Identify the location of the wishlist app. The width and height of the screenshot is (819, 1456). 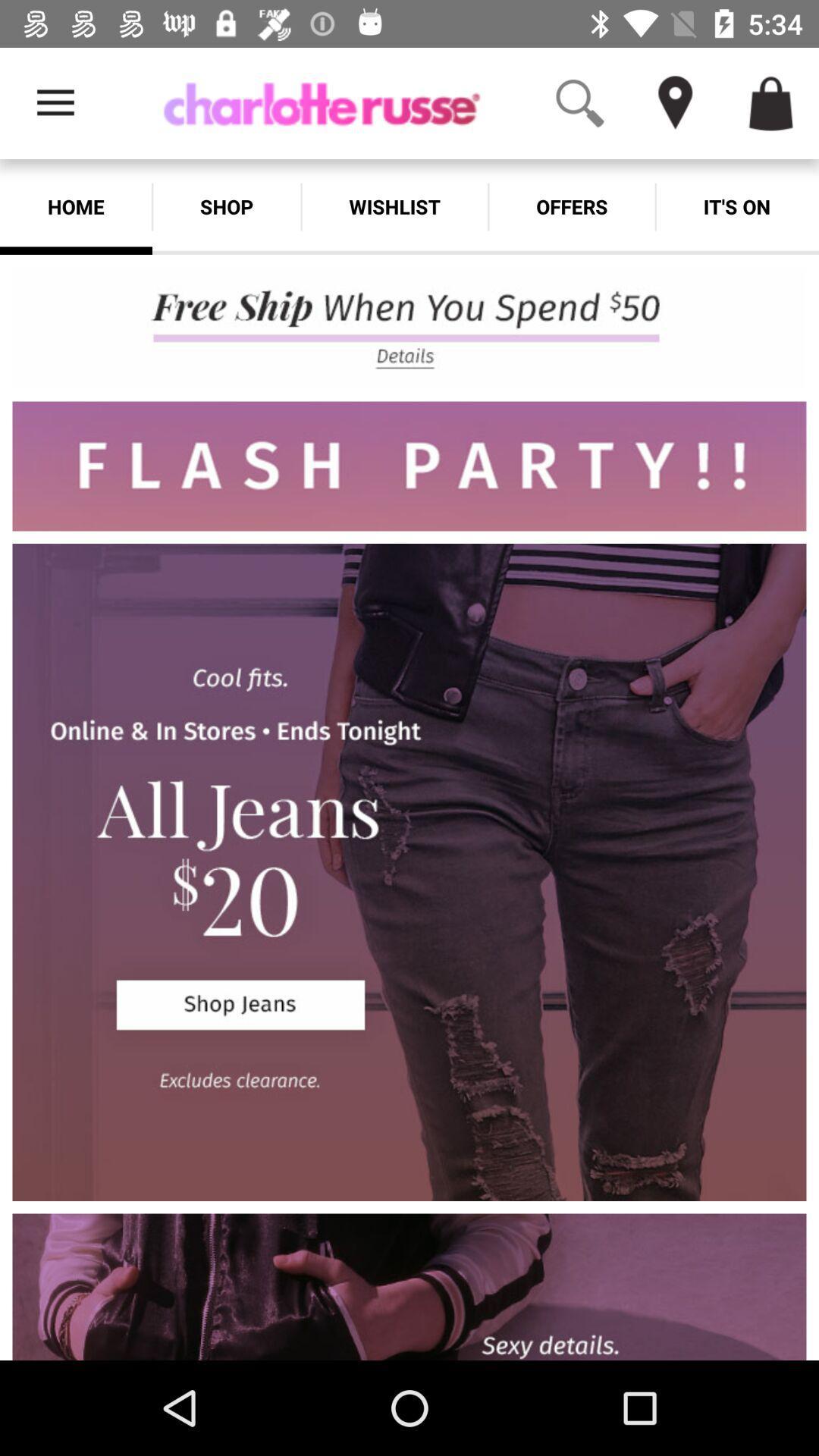
(394, 206).